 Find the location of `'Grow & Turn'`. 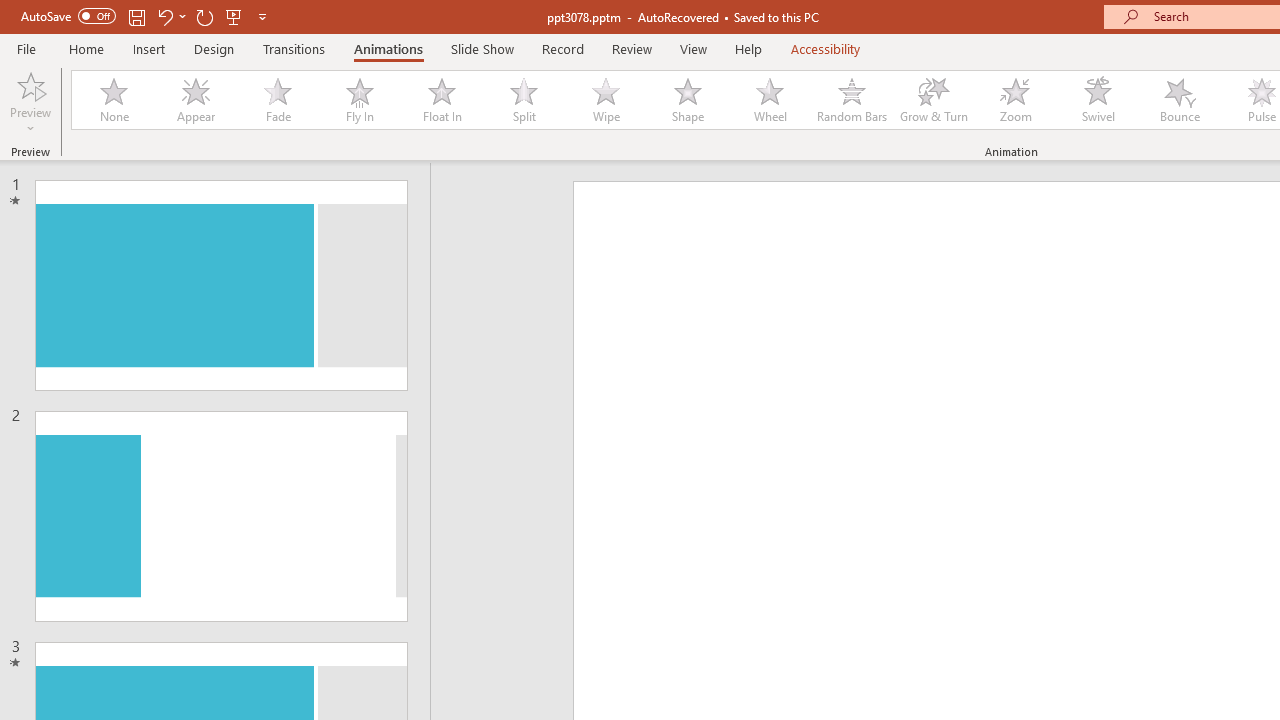

'Grow & Turn' is located at coordinates (933, 100).